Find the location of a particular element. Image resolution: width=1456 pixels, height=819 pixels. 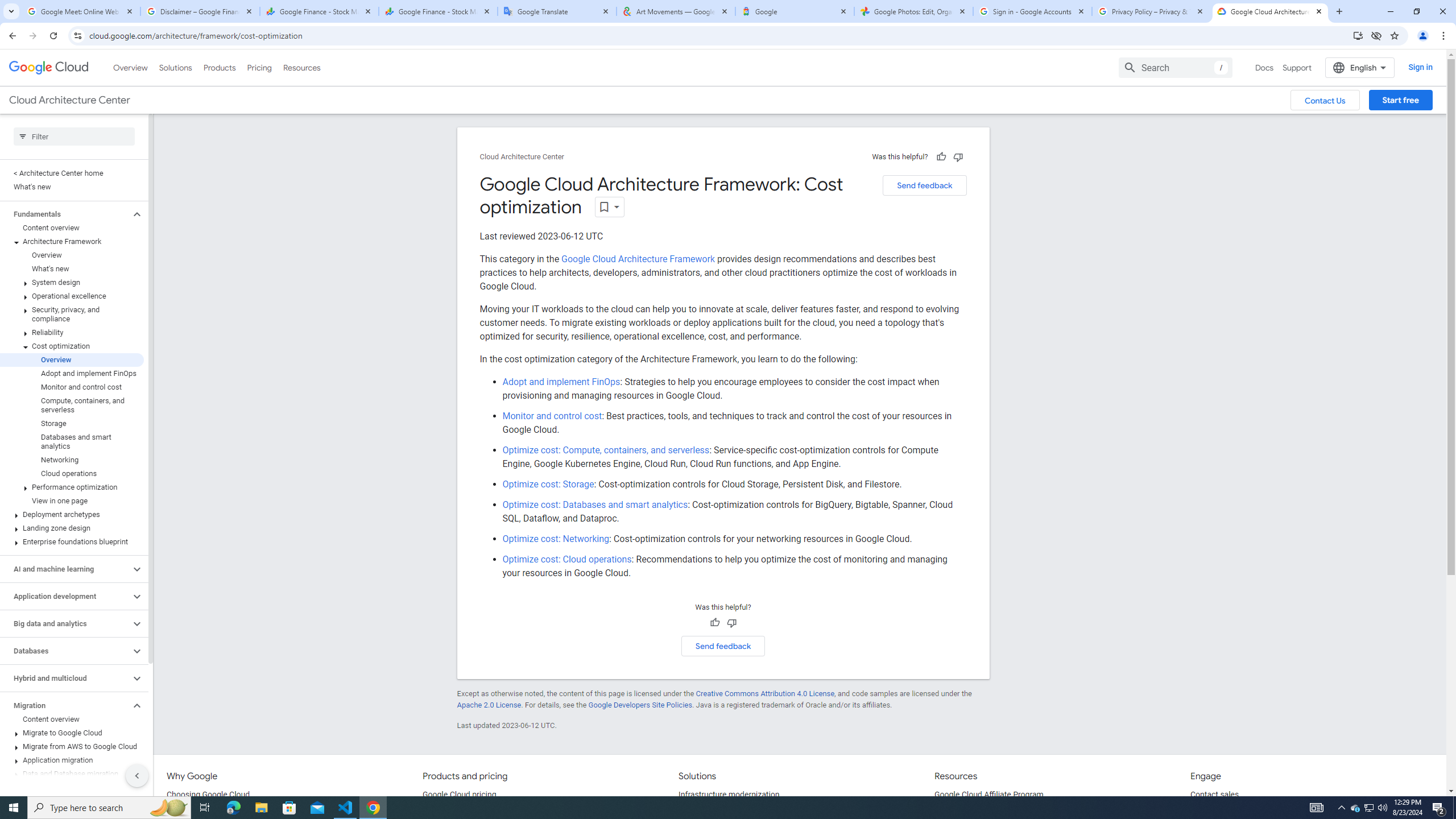

'Contact sales' is located at coordinates (1215, 795).